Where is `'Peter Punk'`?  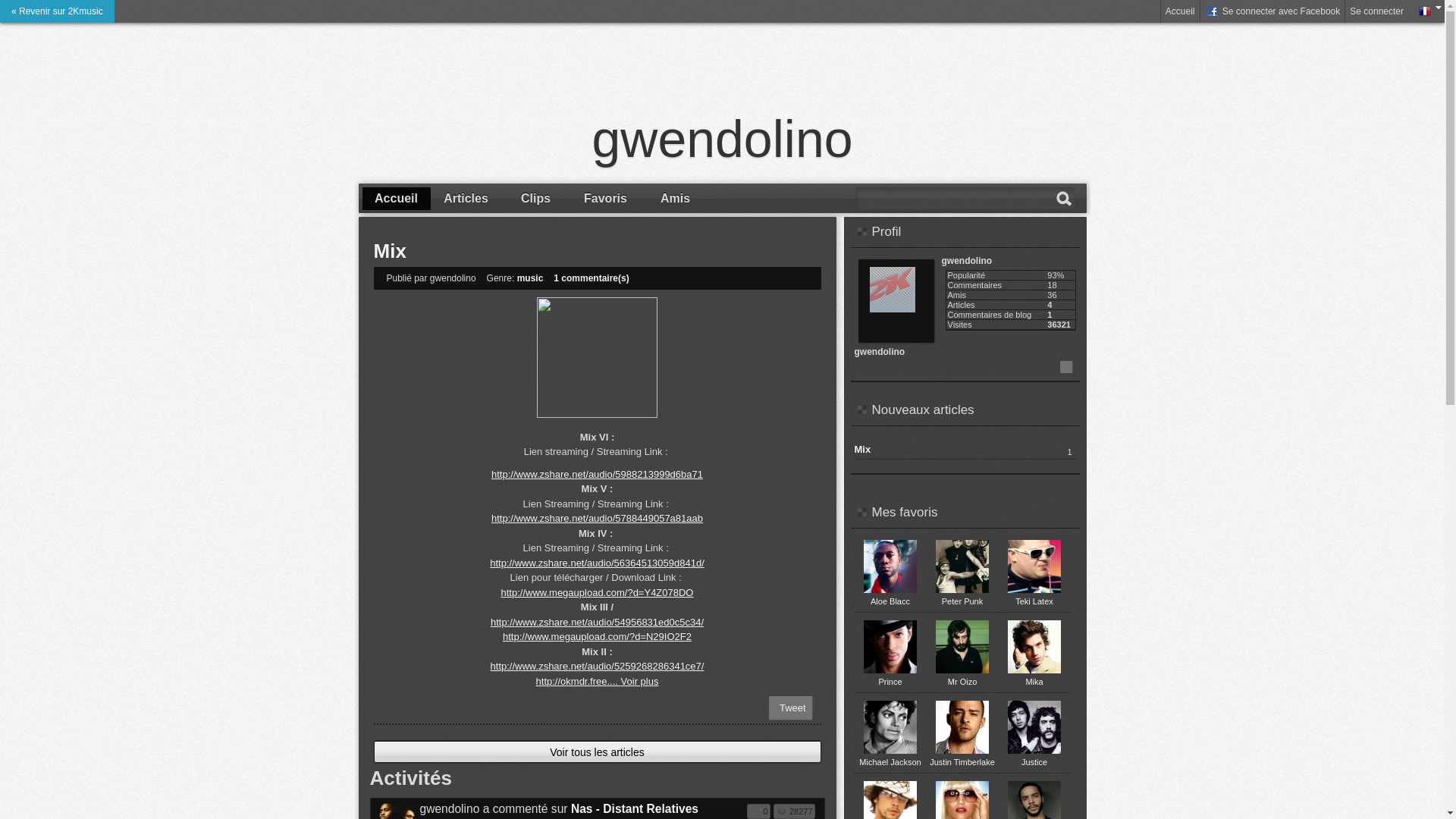 'Peter Punk' is located at coordinates (961, 601).